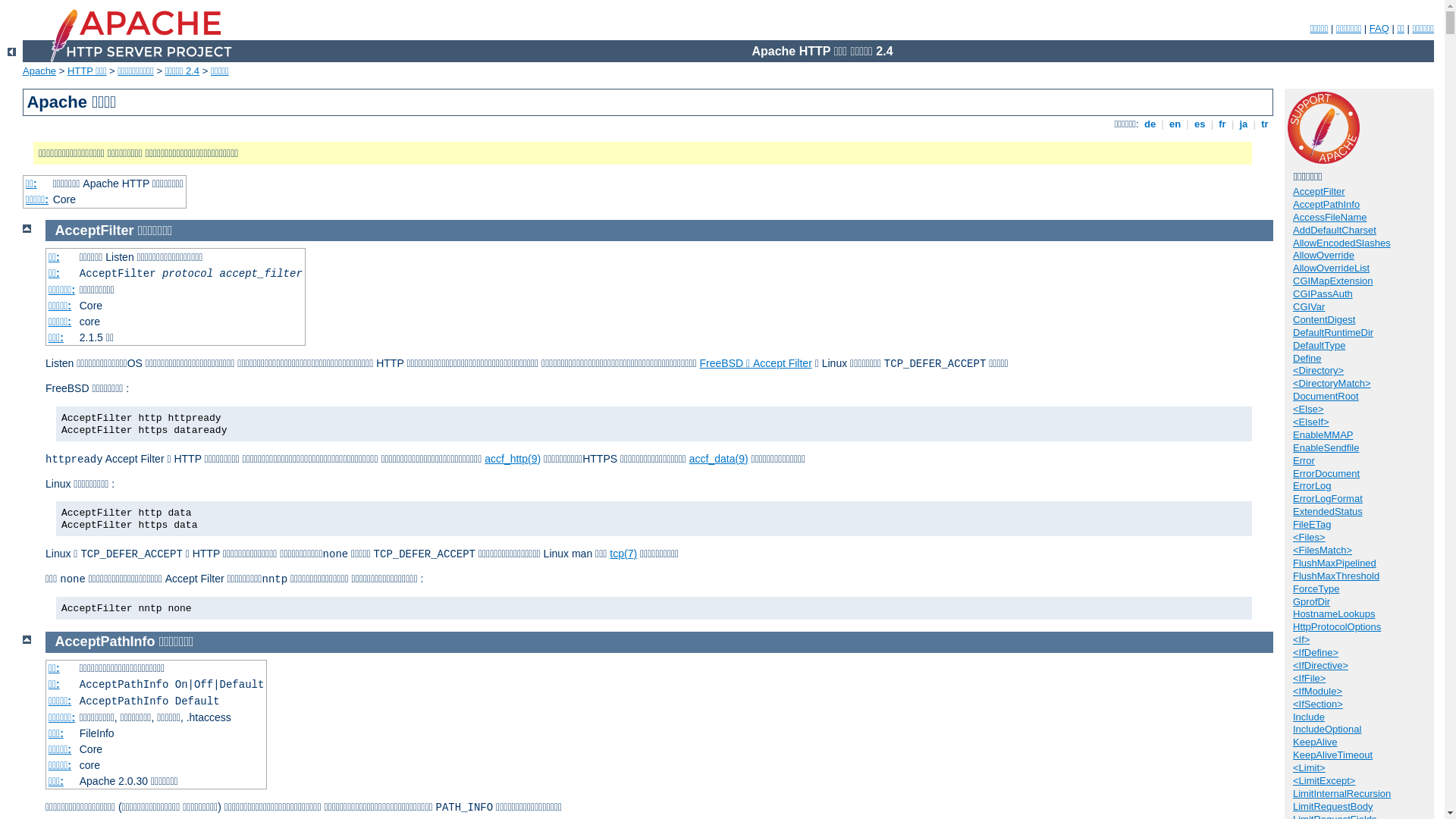 The height and width of the screenshot is (819, 1456). I want to click on '<Directory>', so click(1291, 370).